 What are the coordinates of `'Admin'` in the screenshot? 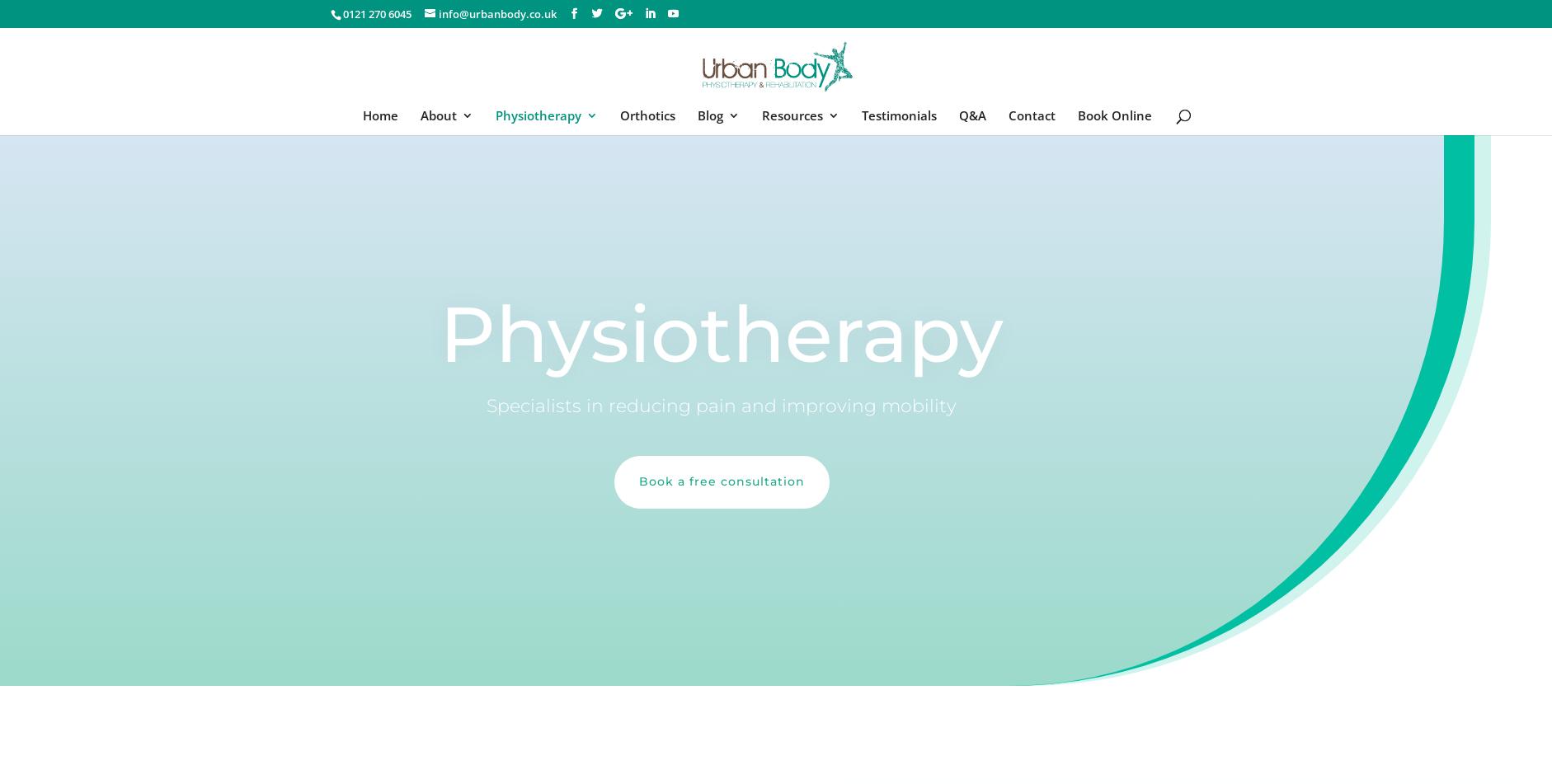 It's located at (670, 269).